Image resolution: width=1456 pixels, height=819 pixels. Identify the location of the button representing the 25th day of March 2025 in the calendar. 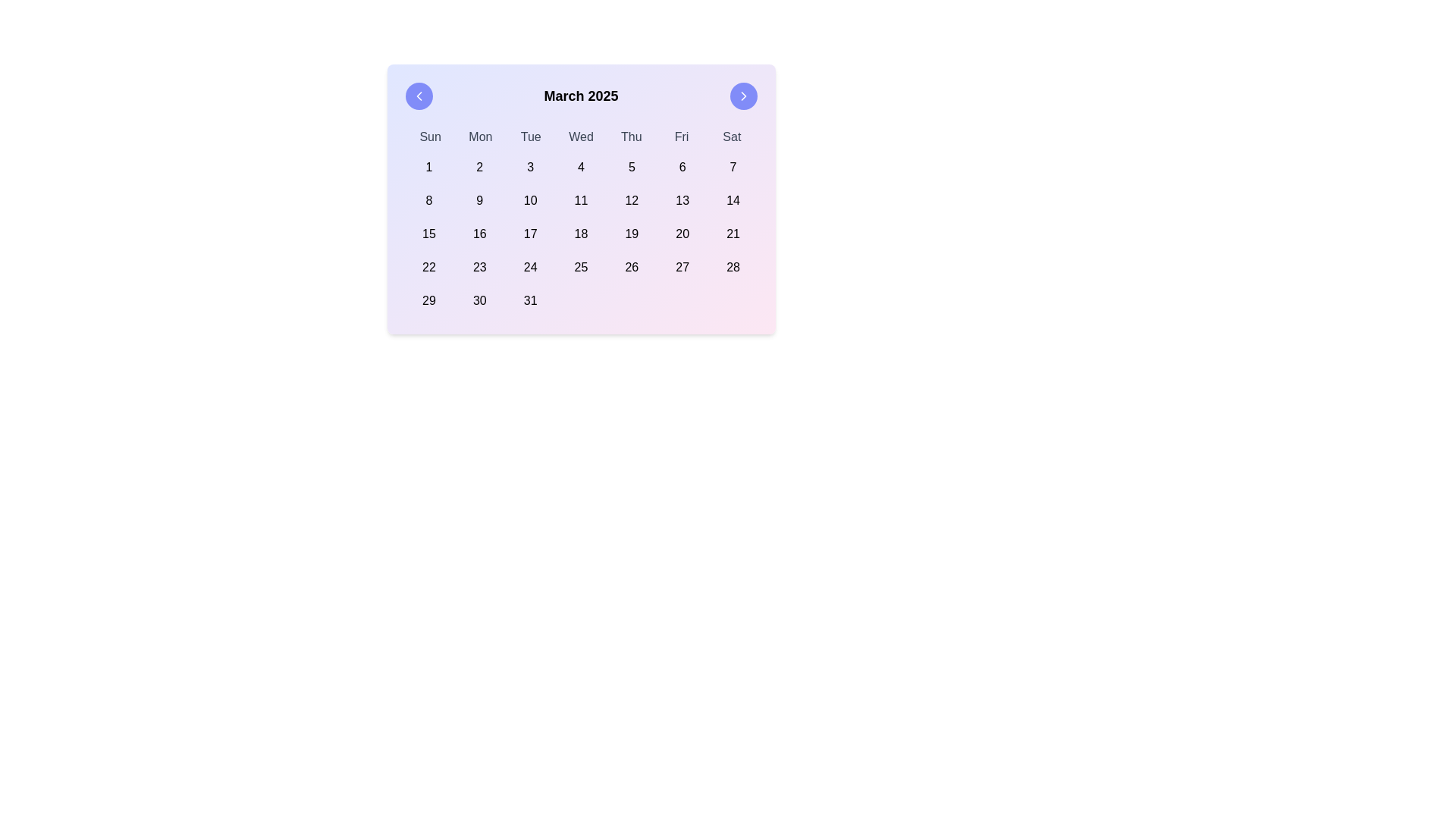
(580, 267).